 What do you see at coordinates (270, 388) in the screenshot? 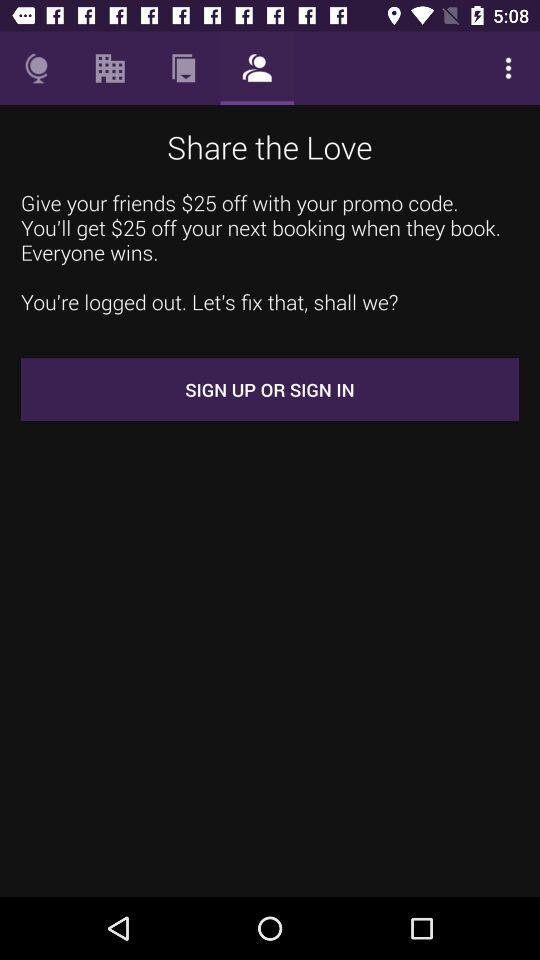
I see `sign up or at the center` at bounding box center [270, 388].